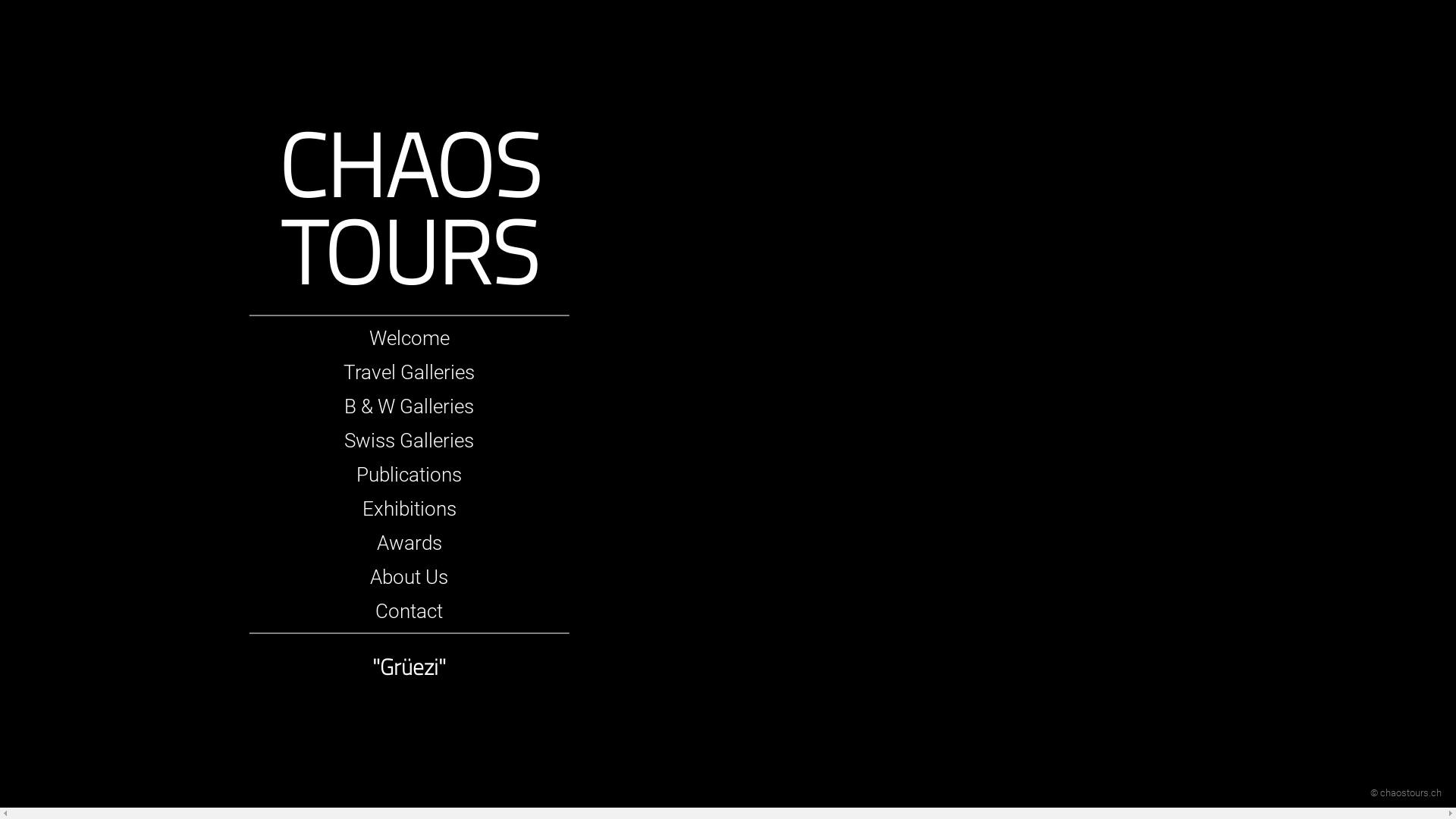 The image size is (1456, 819). What do you see at coordinates (344, 406) in the screenshot?
I see `'B & W Galleries'` at bounding box center [344, 406].